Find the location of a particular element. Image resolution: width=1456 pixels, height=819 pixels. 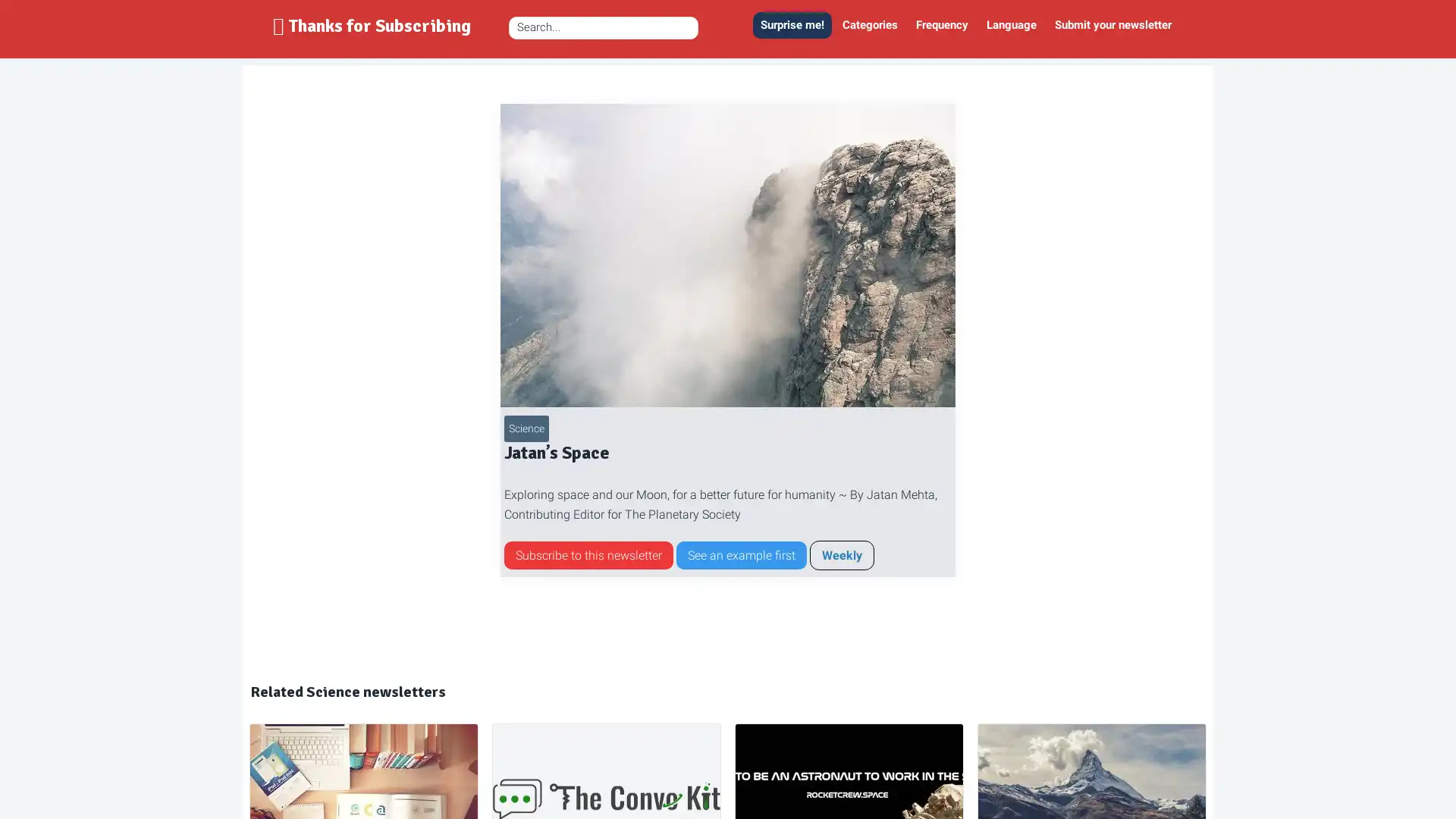

Zoek is located at coordinates (697, 27).